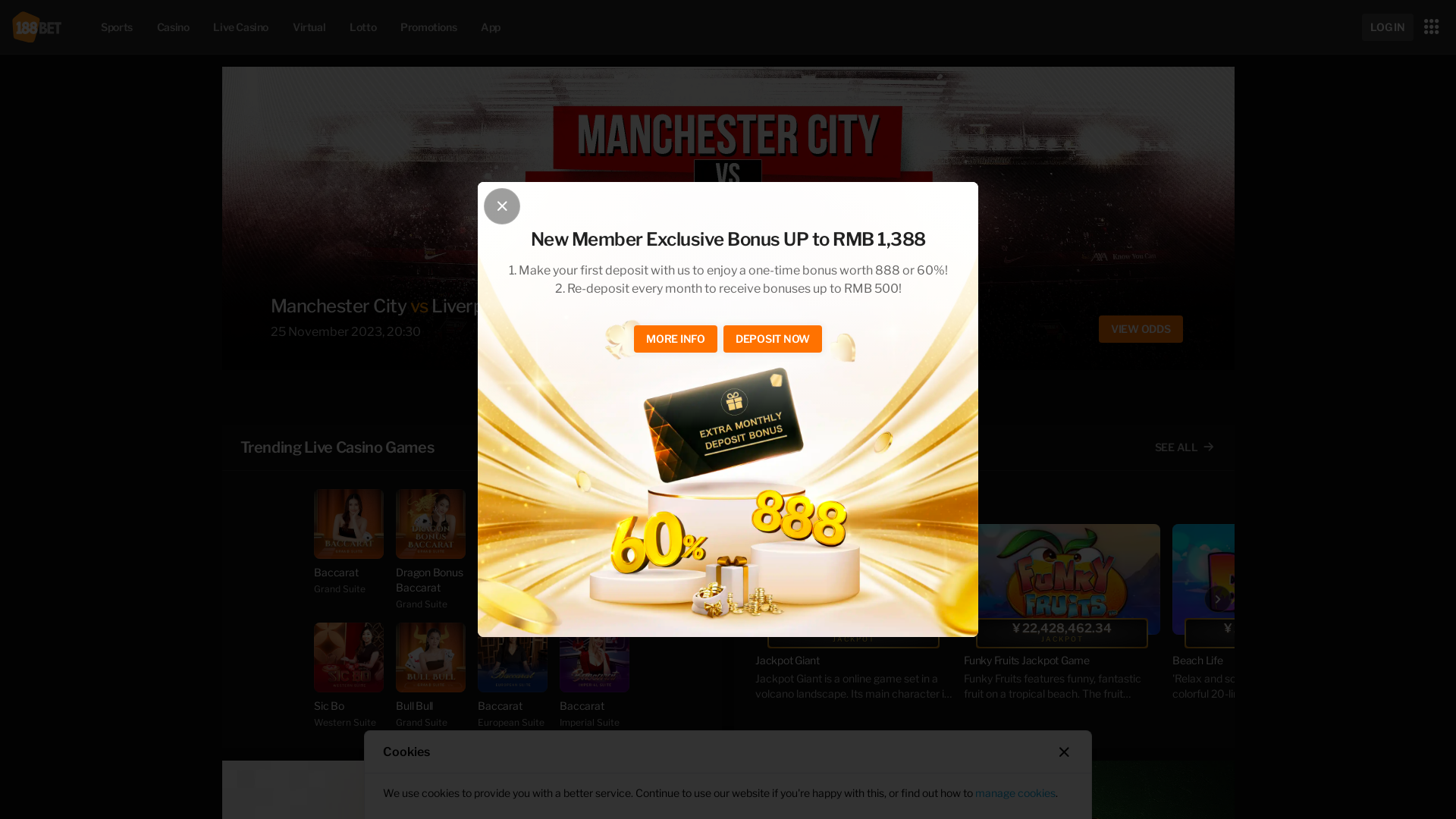  Describe the element at coordinates (115, 26) in the screenshot. I see `'Sports'` at that location.